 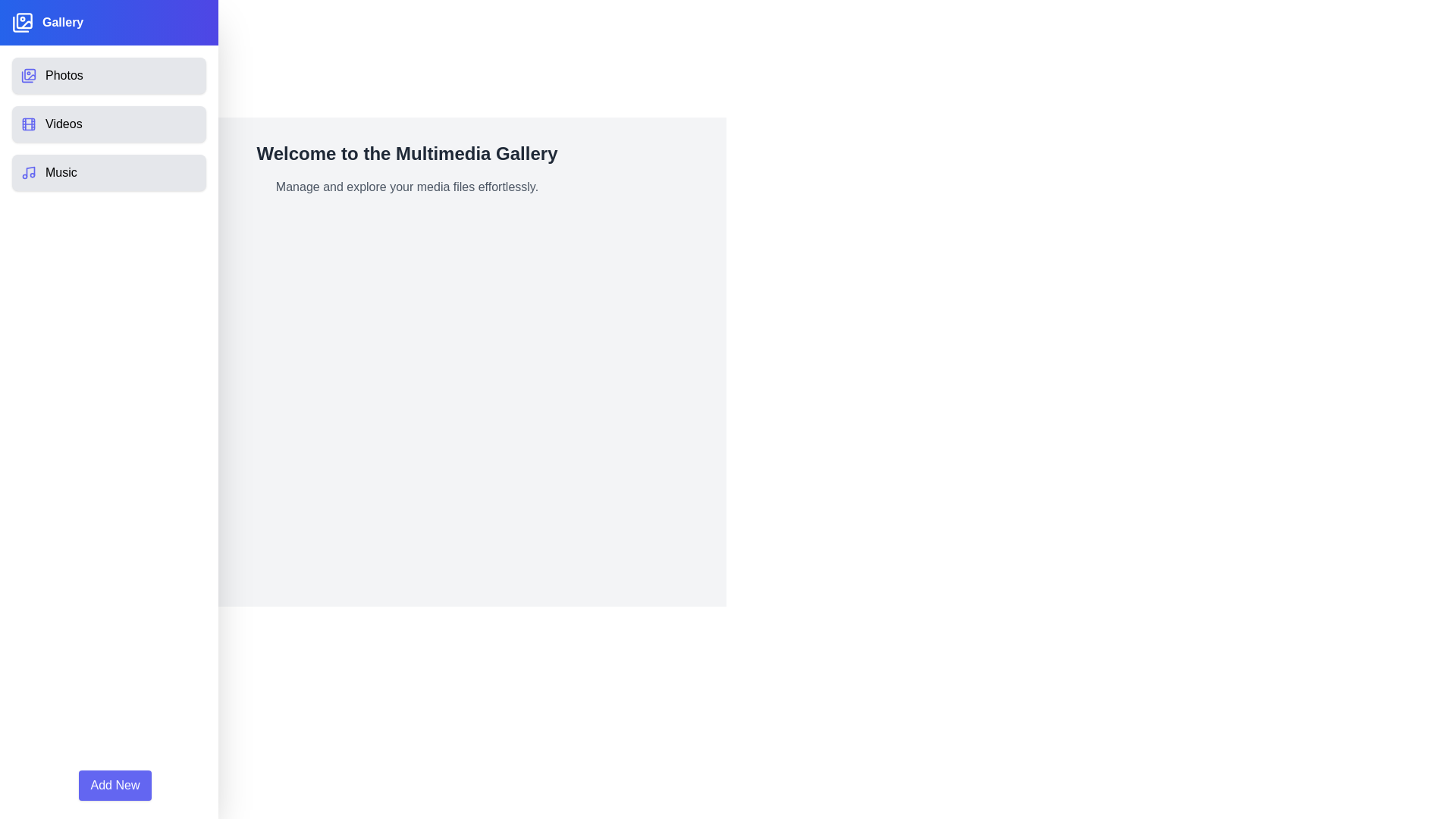 I want to click on the toggle button in the top-left corner to hide the drawer, so click(x=33, y=33).